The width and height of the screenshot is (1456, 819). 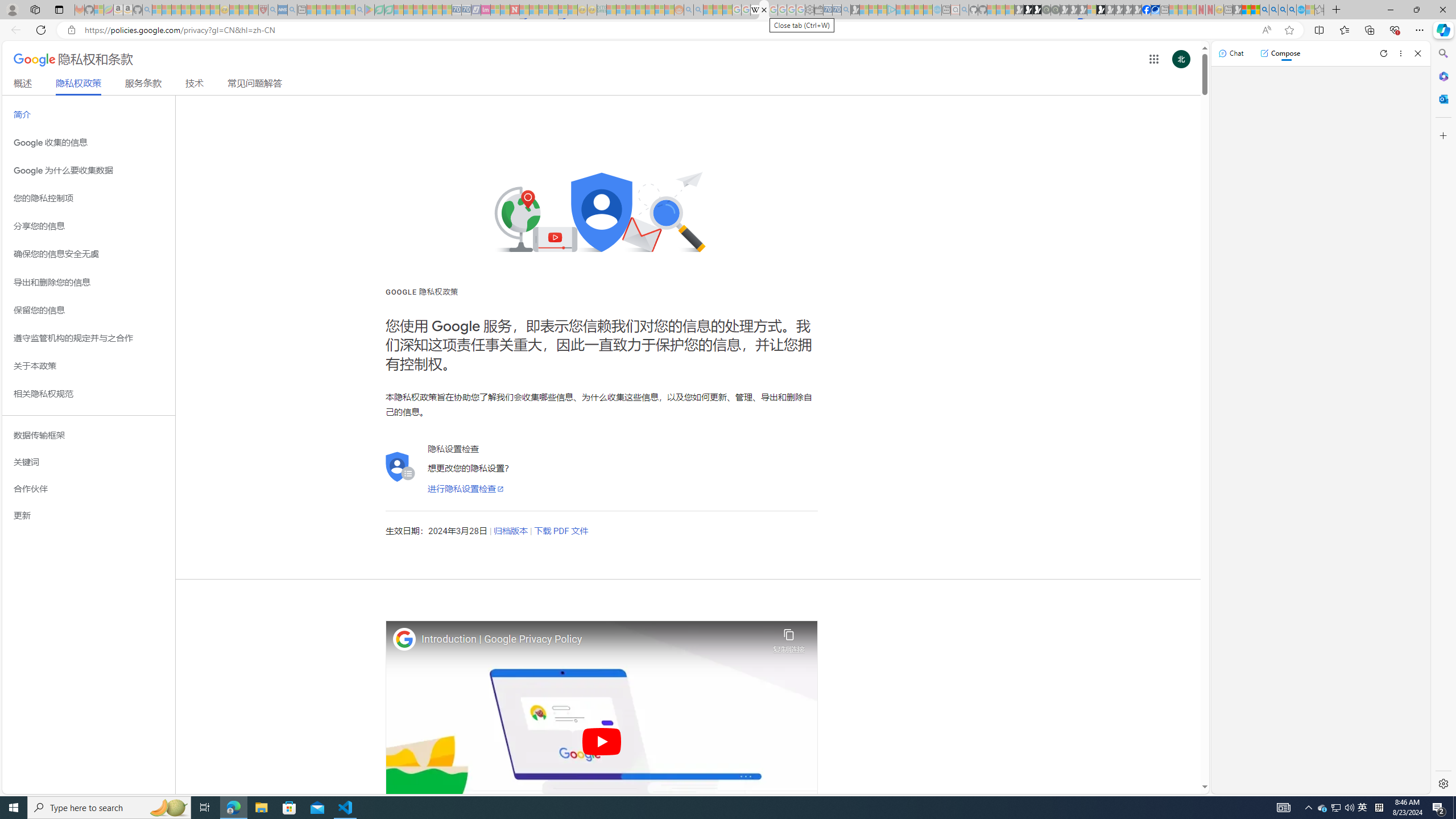 I want to click on 'Jobs - lastminute.com Investor Portal - Sleeping', so click(x=485, y=9).